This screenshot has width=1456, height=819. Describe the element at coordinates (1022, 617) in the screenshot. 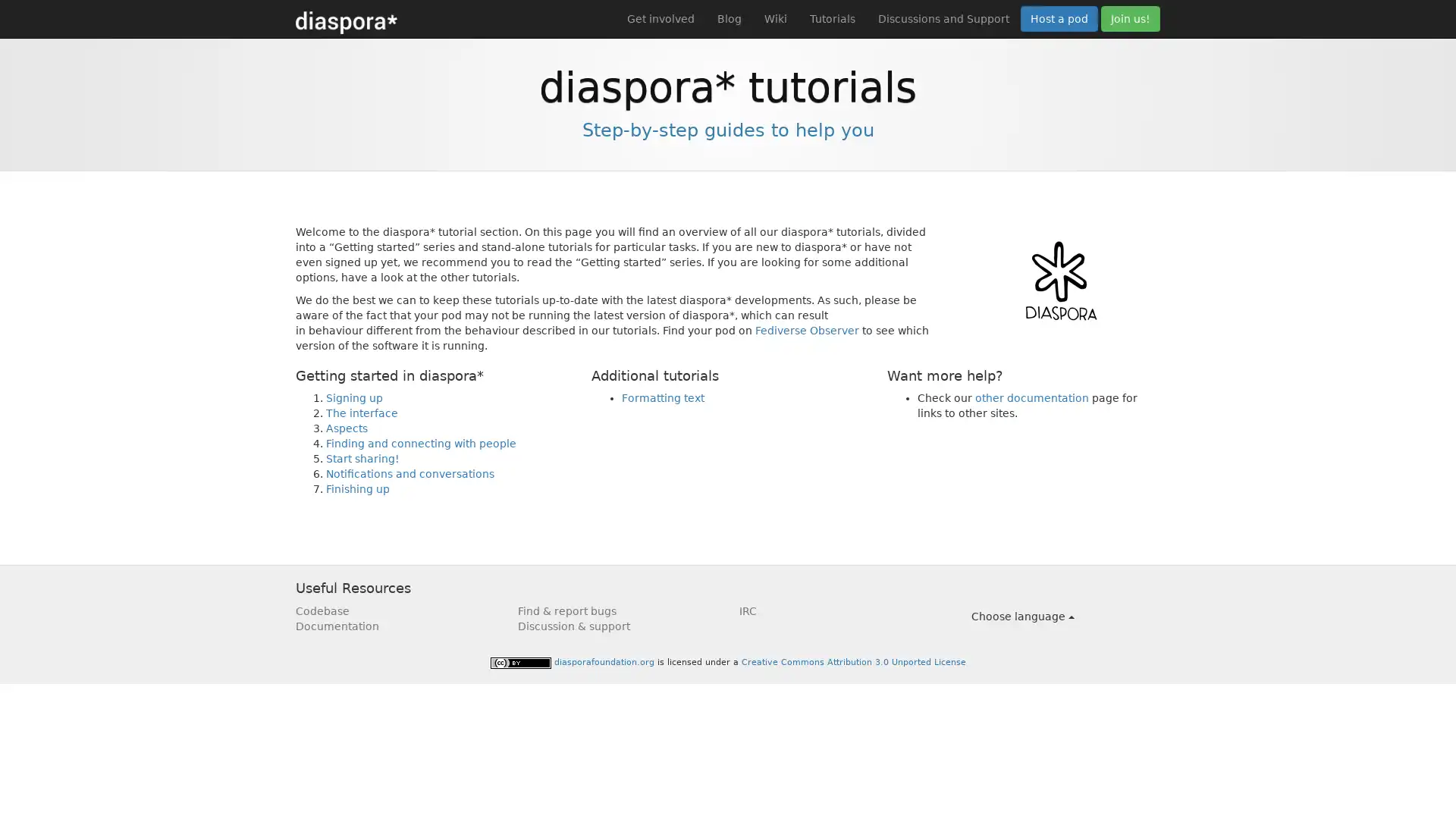

I see `Choose language` at that location.